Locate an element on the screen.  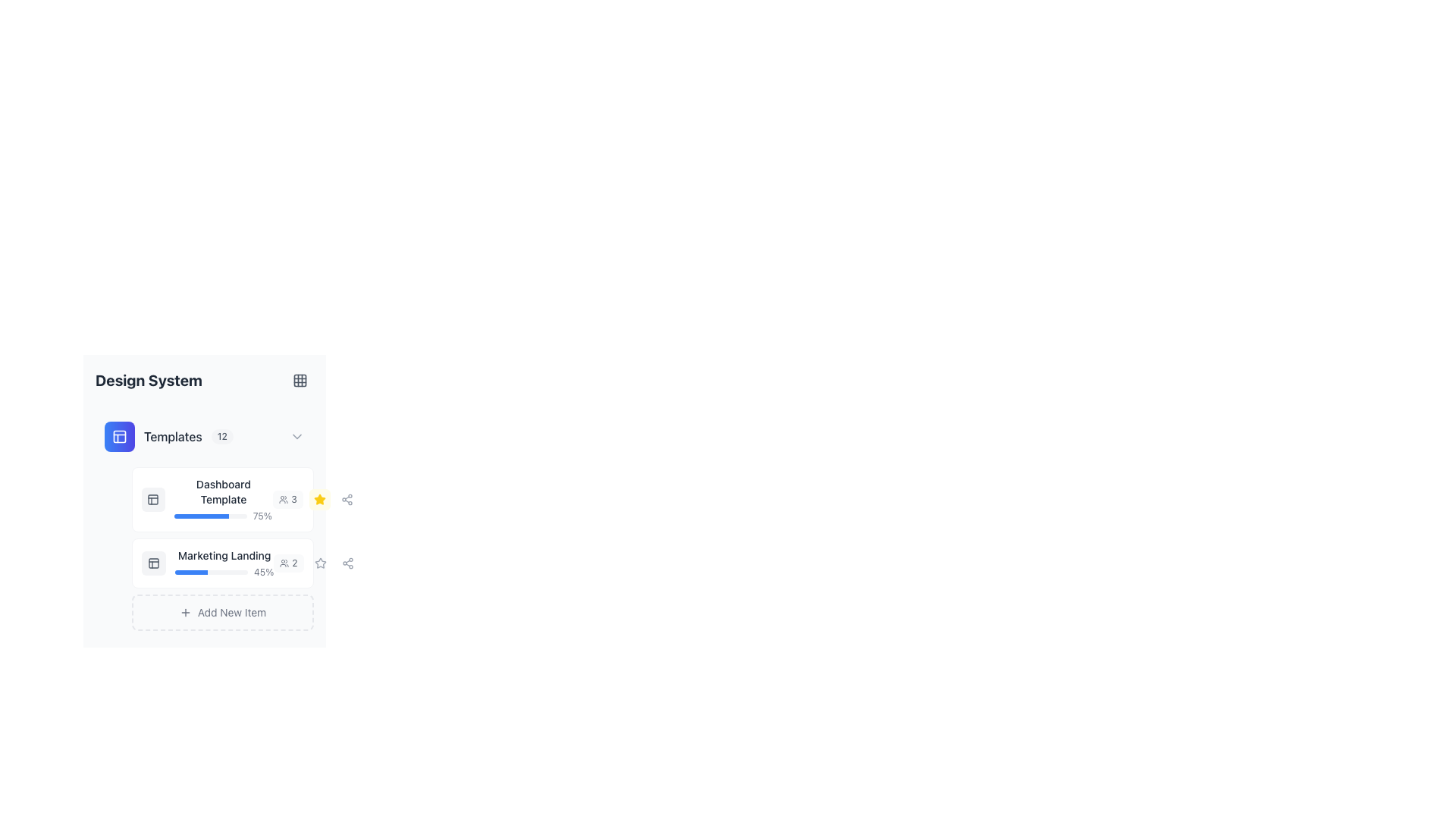
the icon embedded in the rounded rectangular button located near the top-left corner of the subpanel displaying the template's details is located at coordinates (153, 500).